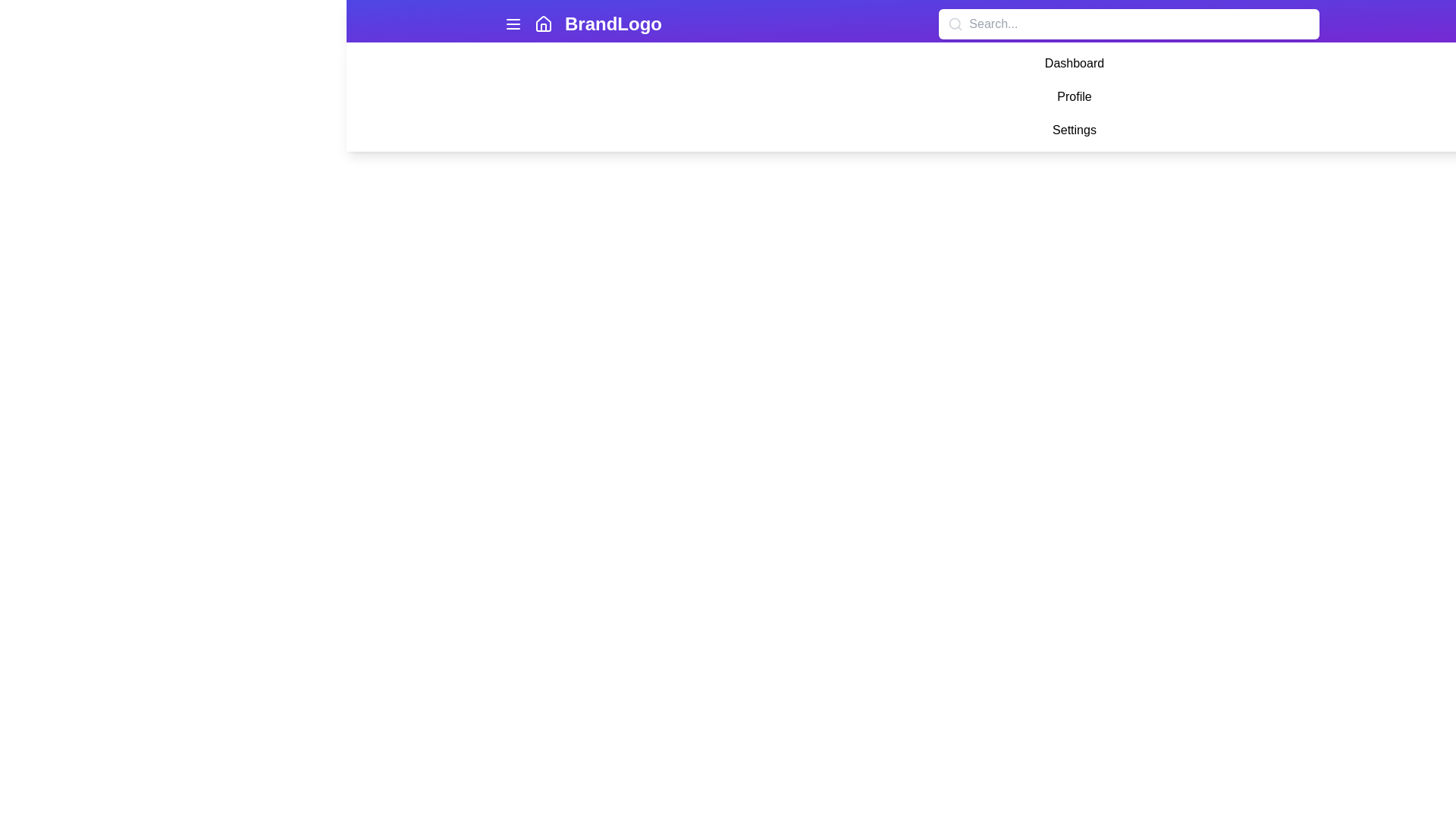  Describe the element at coordinates (543, 24) in the screenshot. I see `the home icon, which is an SVG representation of a house located in the top navigation bar` at that location.